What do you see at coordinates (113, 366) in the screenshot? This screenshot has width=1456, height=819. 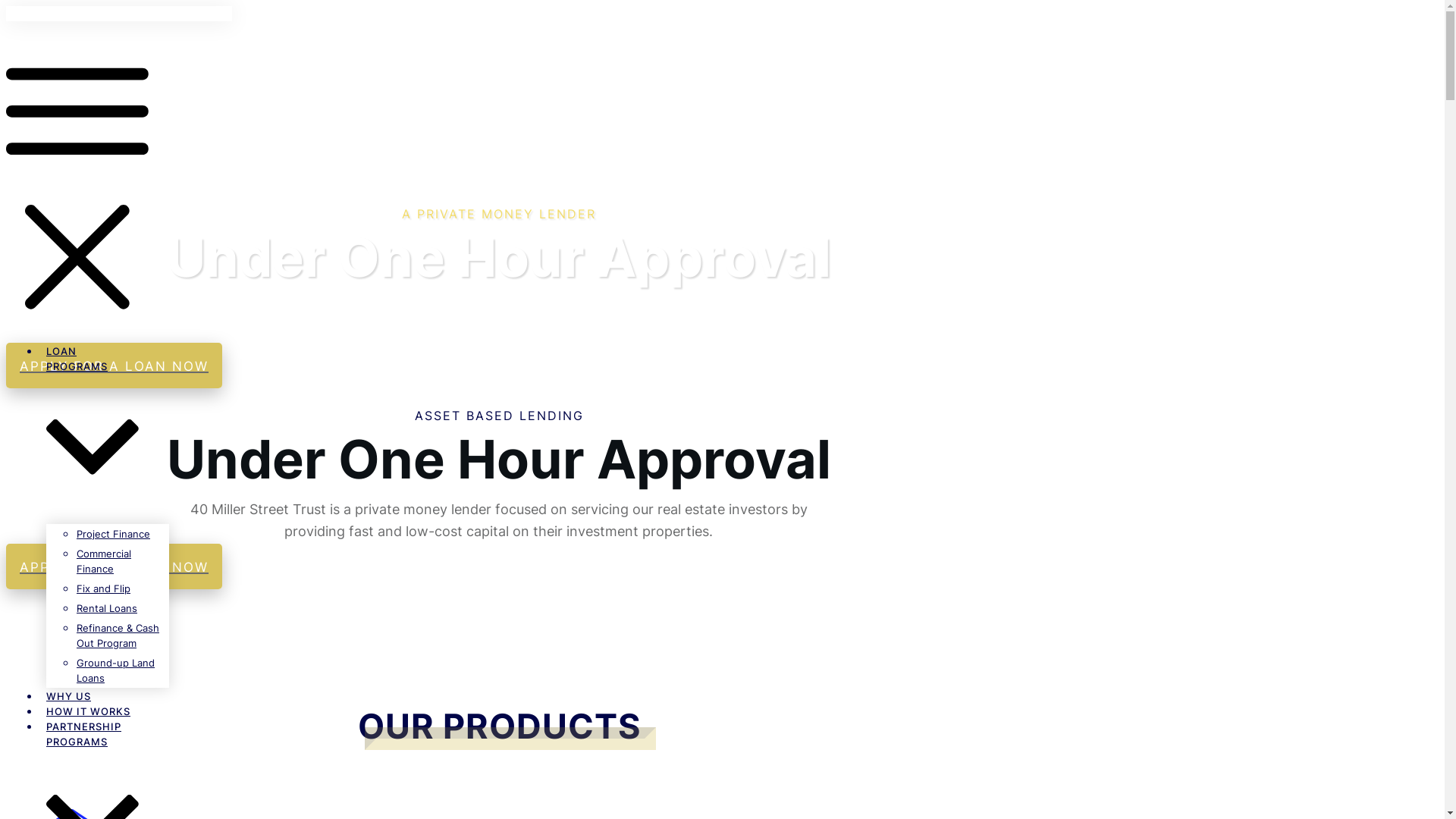 I see `'APPLY FOR A LOAN NOW'` at bounding box center [113, 366].